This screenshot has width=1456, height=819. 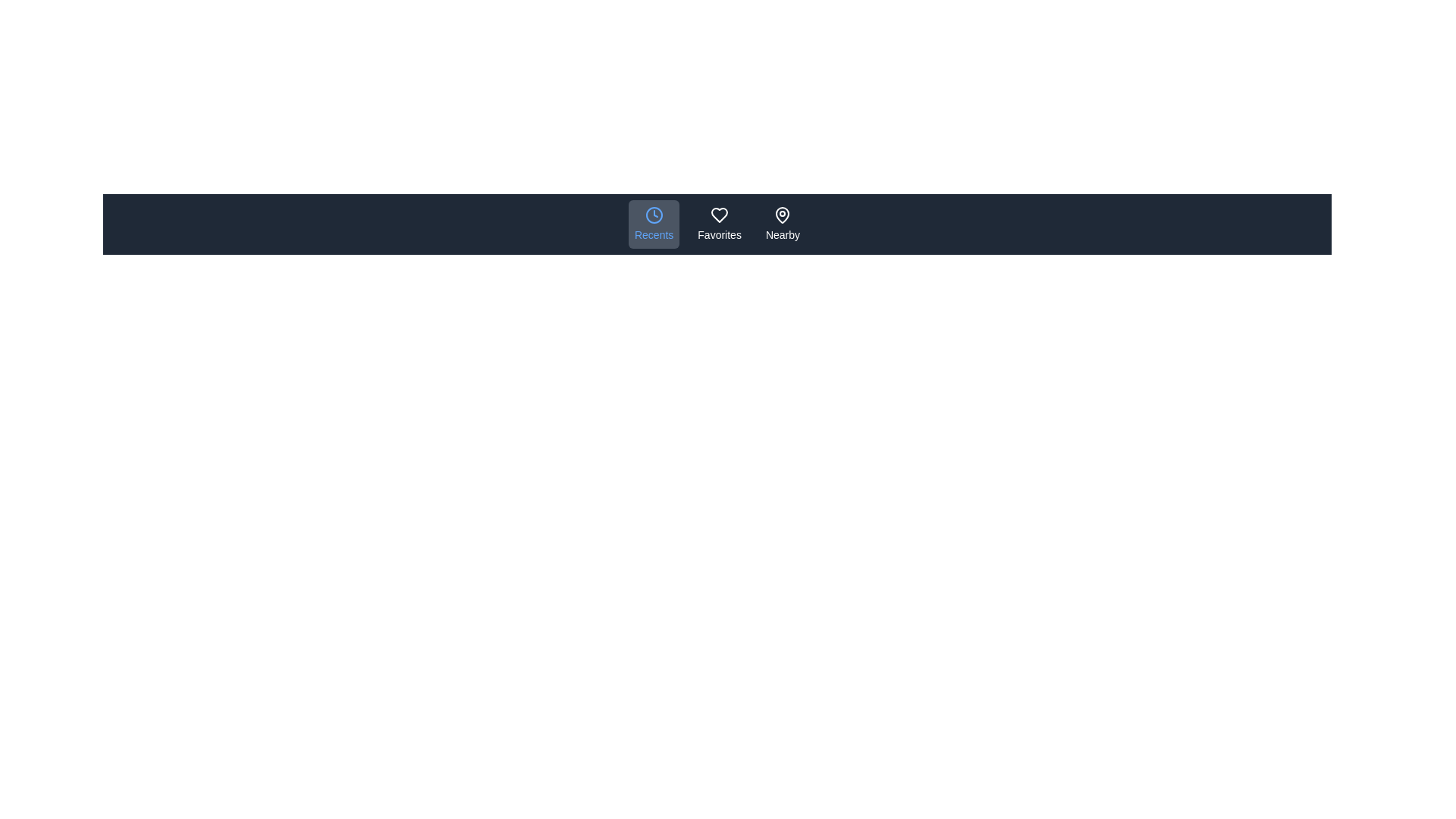 What do you see at coordinates (719, 224) in the screenshot?
I see `the navigation option labeled Favorites` at bounding box center [719, 224].